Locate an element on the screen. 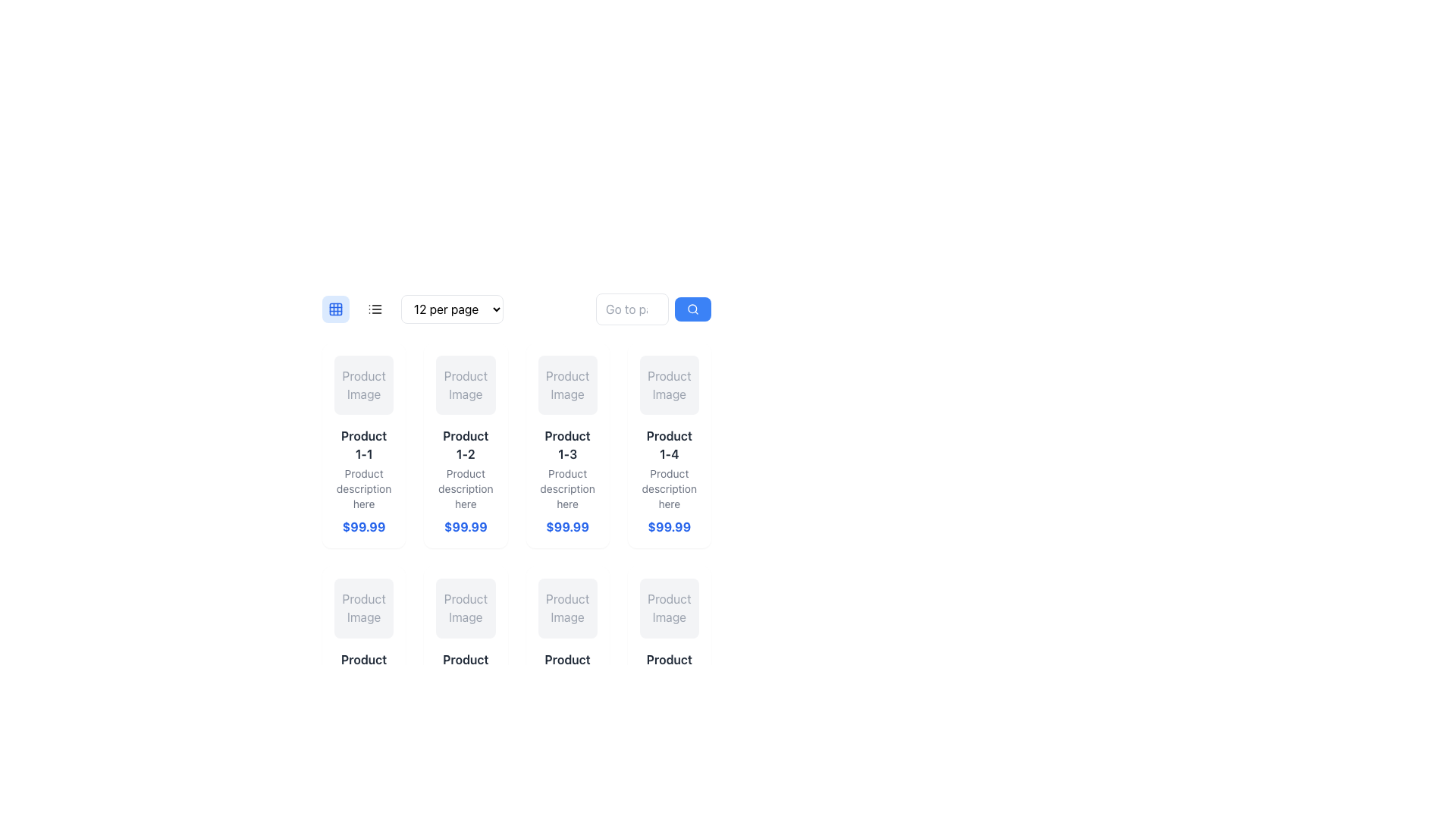  the square grid icon, which is styled in blue and located on the left side of the toolbar near the top-left corner is located at coordinates (334, 309).